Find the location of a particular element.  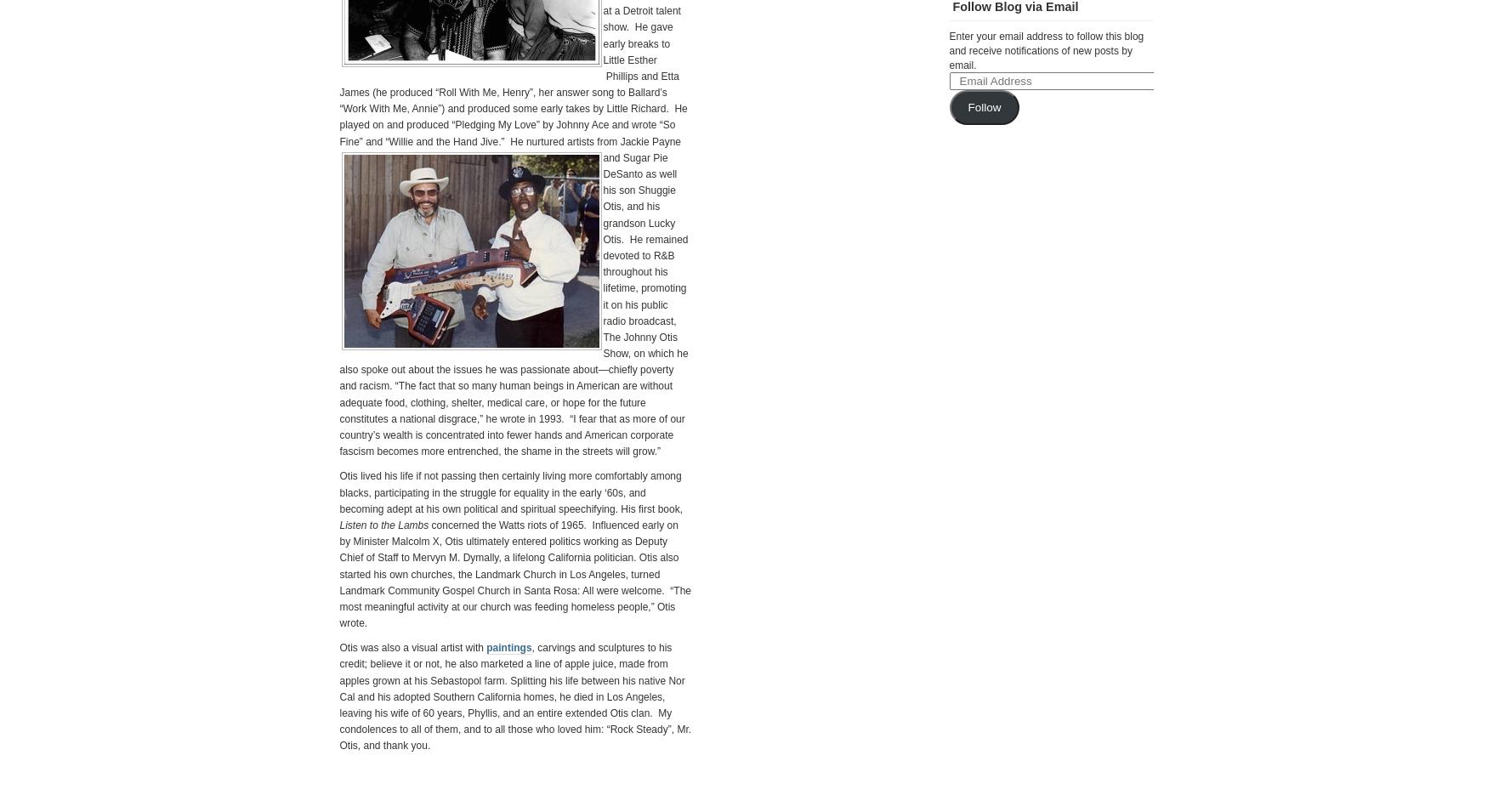

'Otis was also a visual artist with' is located at coordinates (412, 646).